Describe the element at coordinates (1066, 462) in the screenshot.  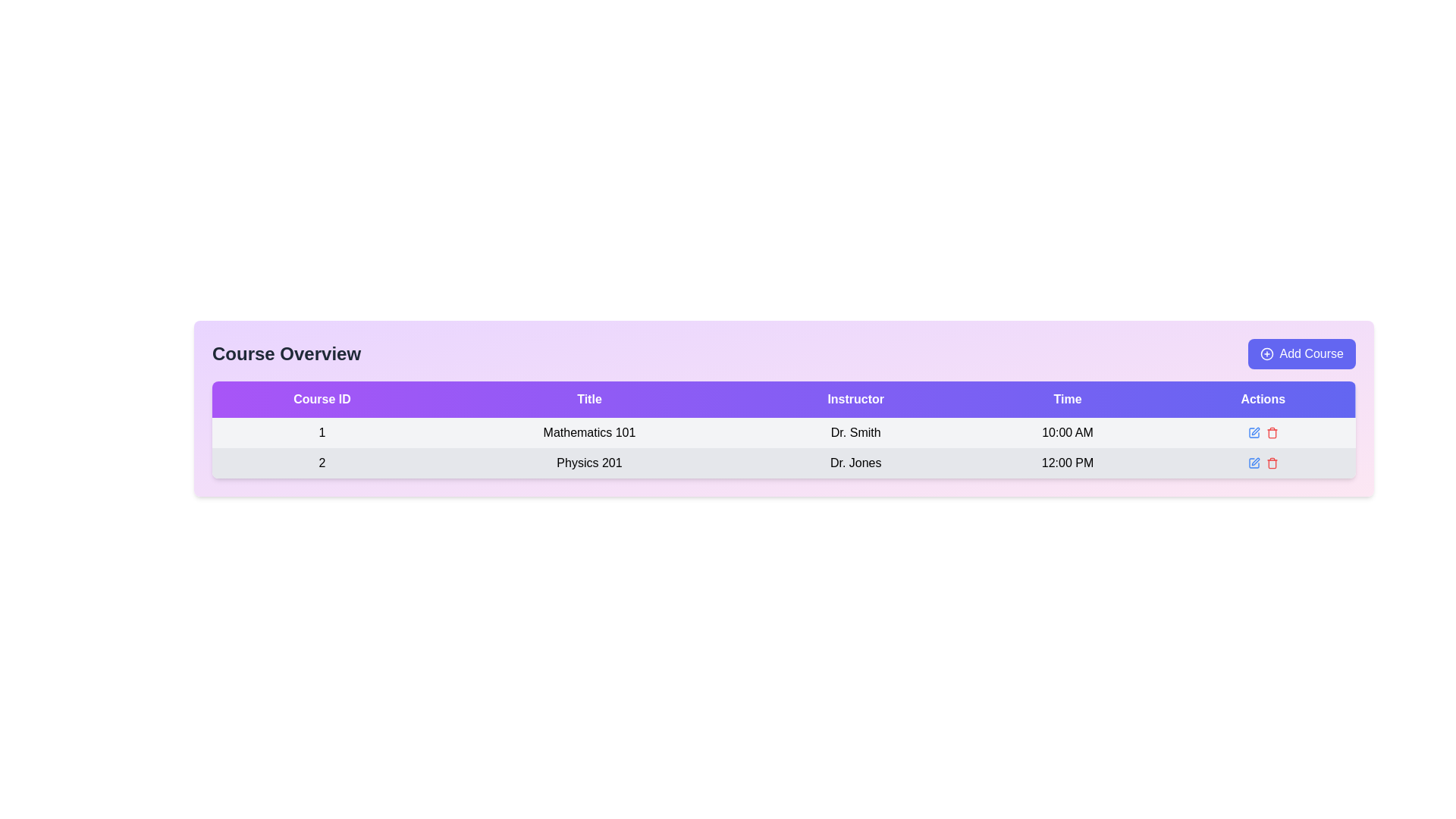
I see `the text label displaying '12:00 PM' in the 'Time' column of the table under the 'Course Overview' section` at that location.